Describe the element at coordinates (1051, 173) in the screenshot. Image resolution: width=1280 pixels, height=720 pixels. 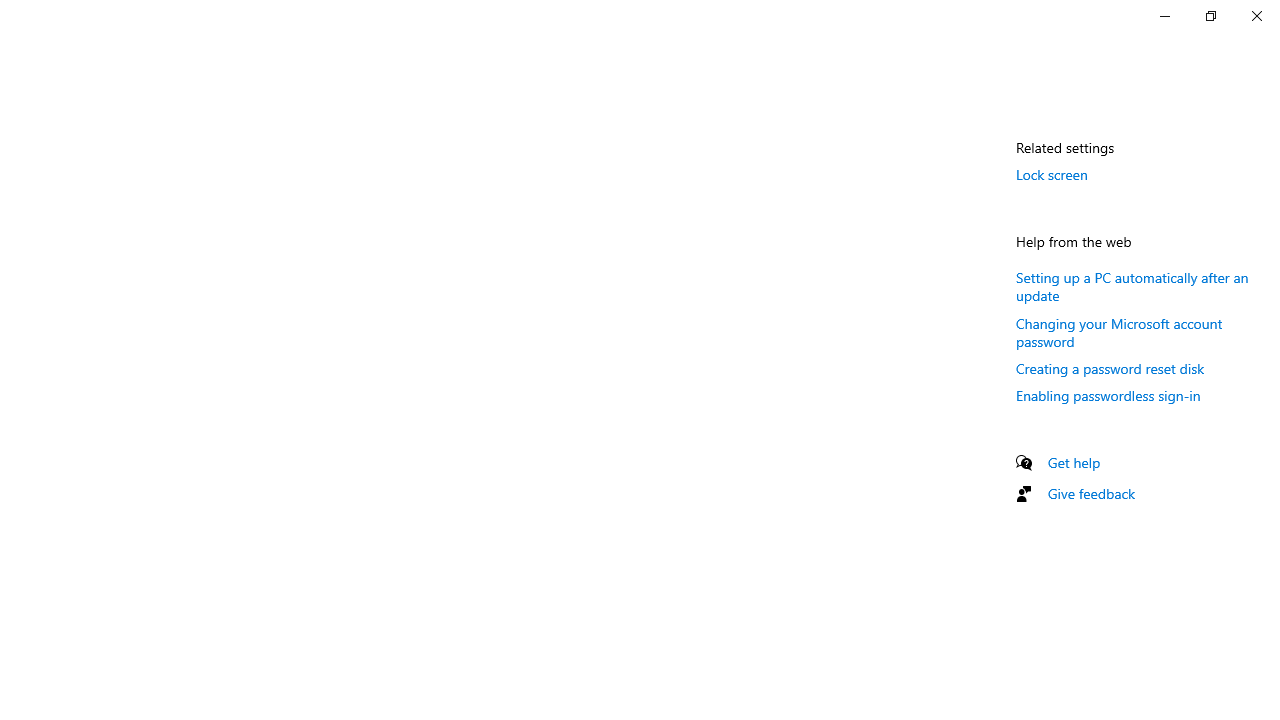
I see `'Lock screen'` at that location.